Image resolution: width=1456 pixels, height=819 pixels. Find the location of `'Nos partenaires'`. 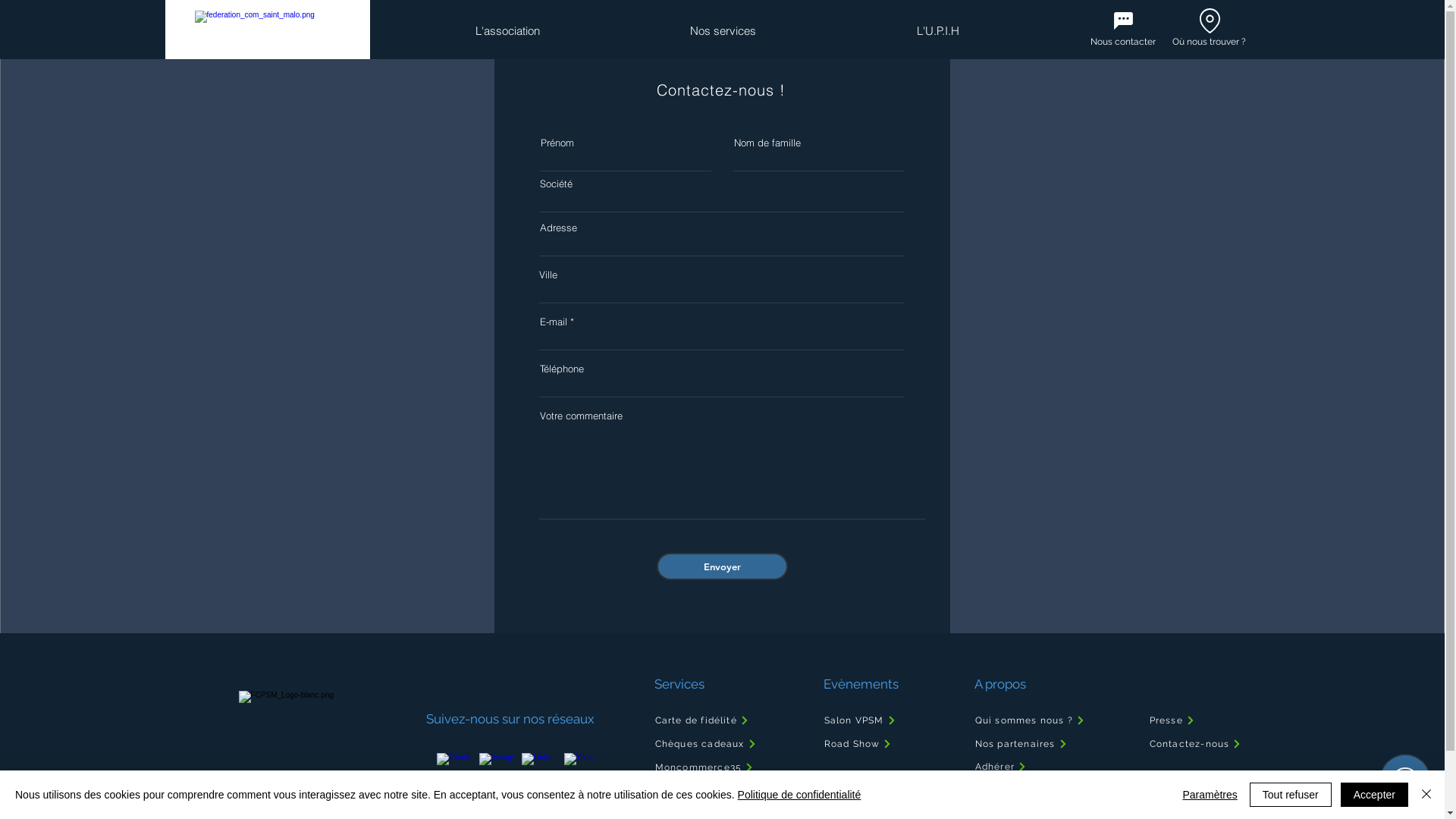

'Nos partenaires' is located at coordinates (1045, 742).